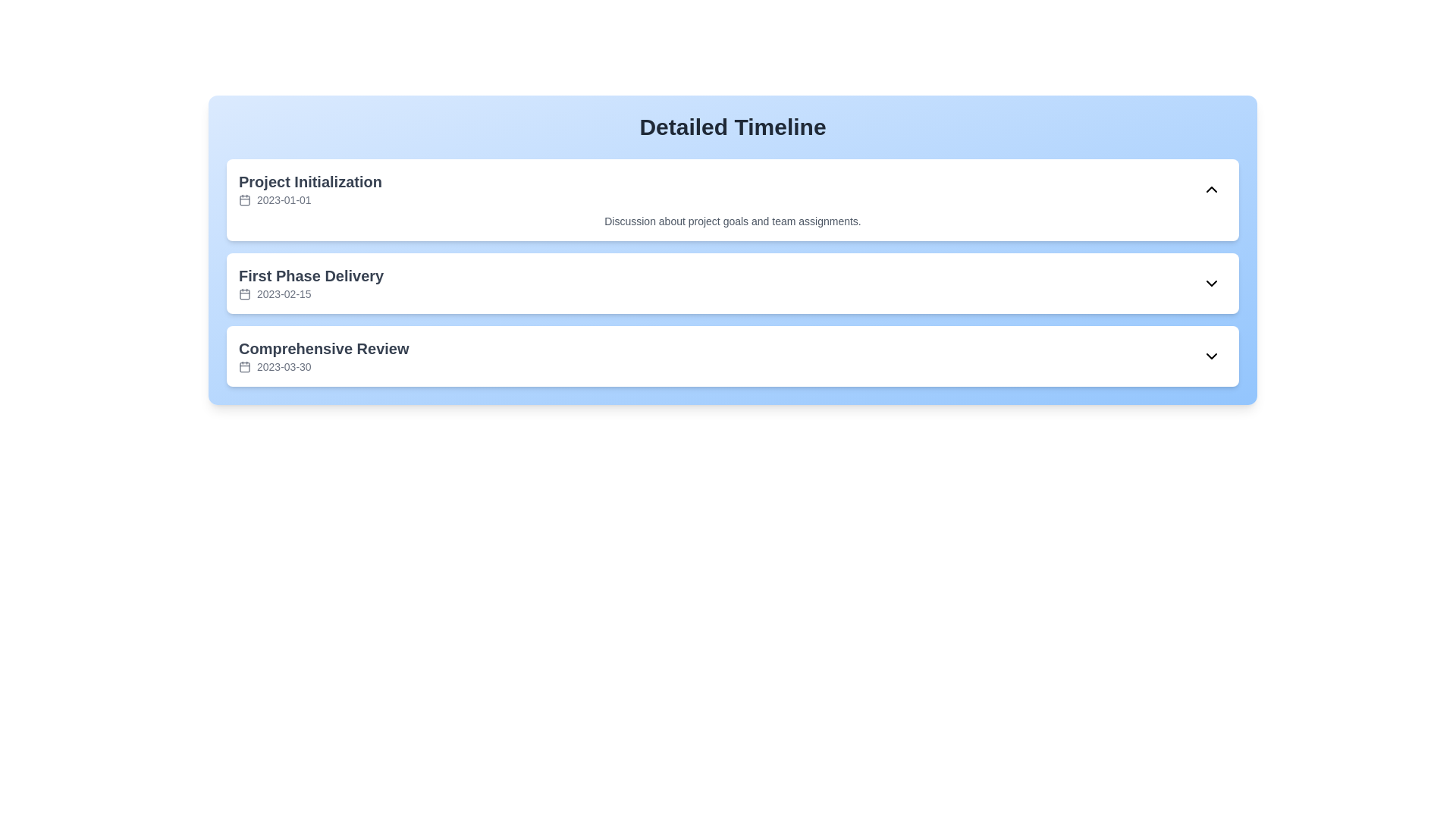  I want to click on the text label displaying 'First Phase Delivery', which is the main title of the second list entry in the vertically stacked timeline, so click(310, 275).